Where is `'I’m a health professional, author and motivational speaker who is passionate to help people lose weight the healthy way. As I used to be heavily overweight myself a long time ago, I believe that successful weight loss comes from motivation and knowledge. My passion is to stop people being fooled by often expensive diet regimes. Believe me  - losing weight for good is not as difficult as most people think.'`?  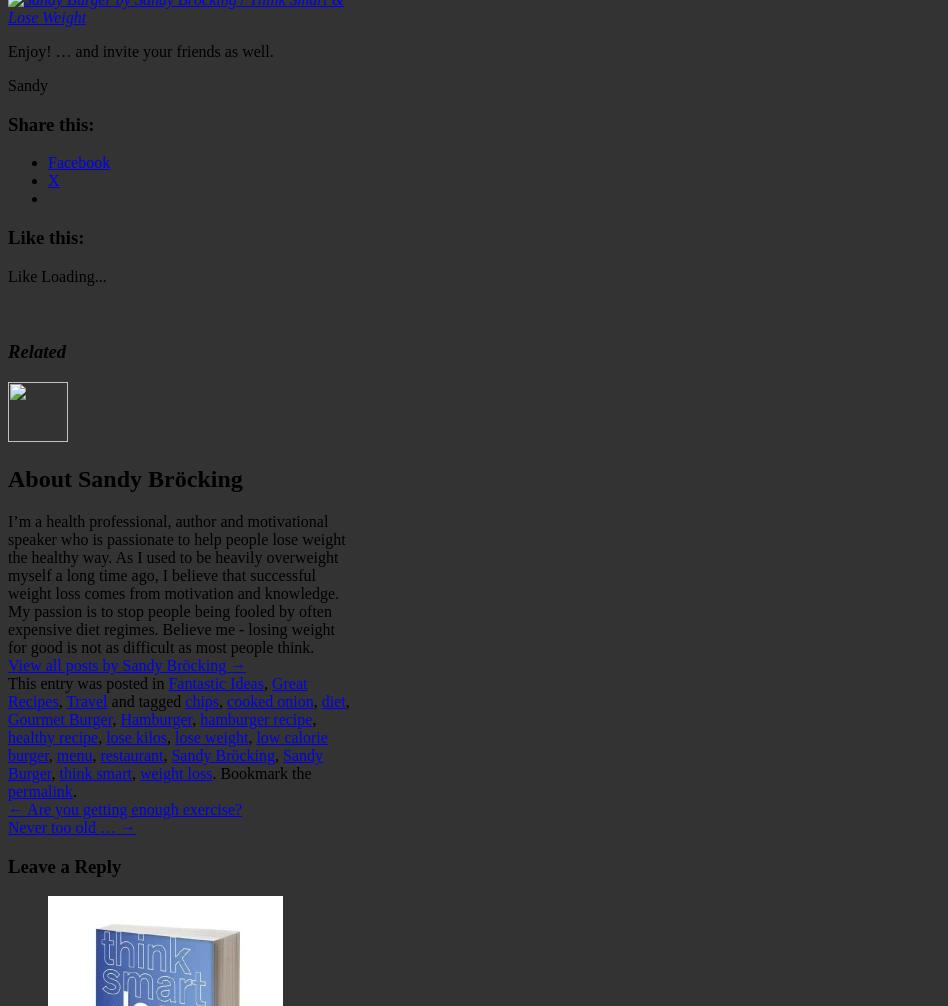
'I’m a health professional, author and motivational speaker who is passionate to help people lose weight the healthy way. As I used to be heavily overweight myself a long time ago, I believe that successful weight loss comes from motivation and knowledge. My passion is to stop people being fooled by often expensive diet regimes. Believe me  - losing weight for good is not as difficult as most people think.' is located at coordinates (175, 583).